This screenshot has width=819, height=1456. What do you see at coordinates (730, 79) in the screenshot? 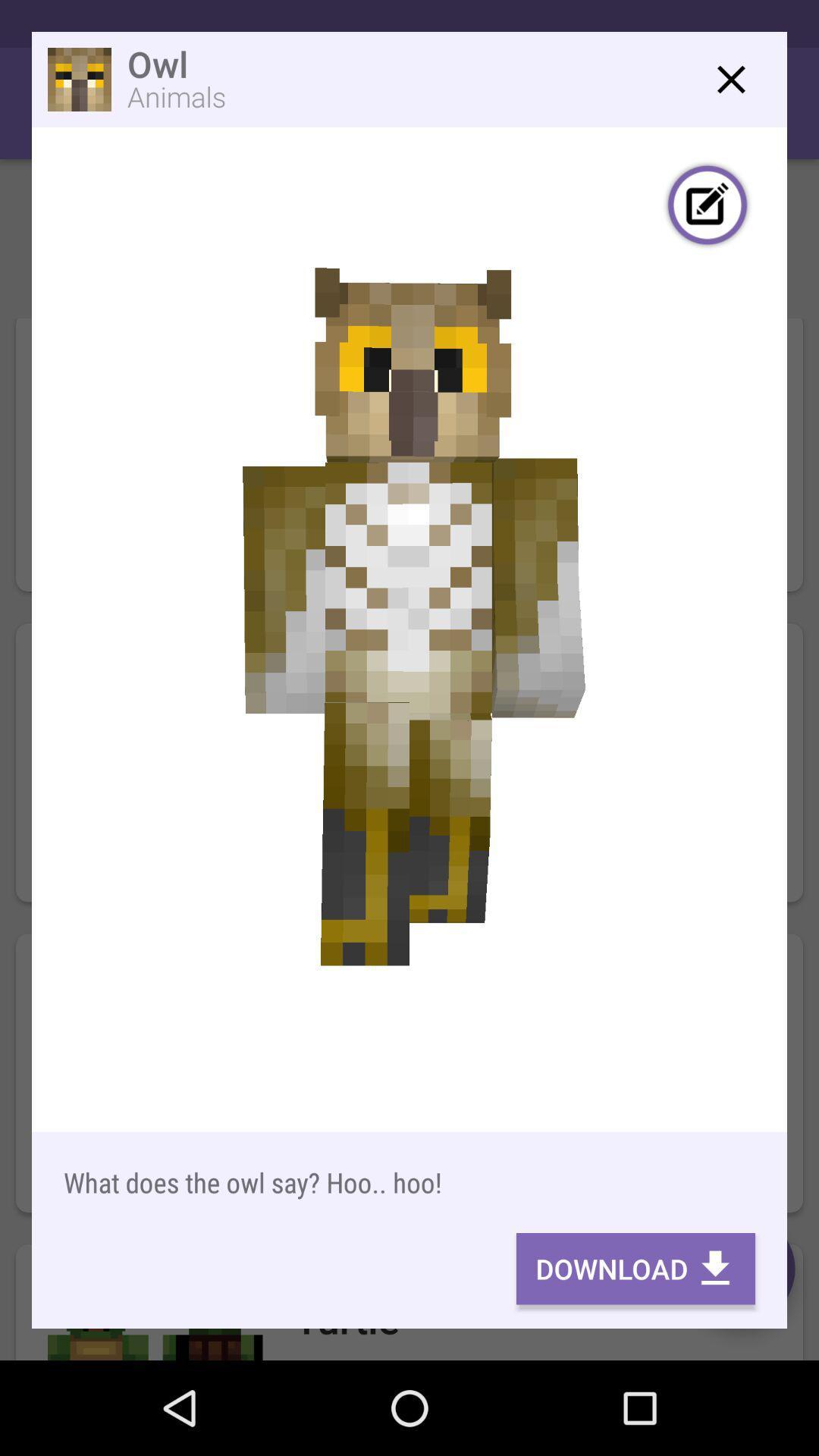
I see `the close icon` at bounding box center [730, 79].